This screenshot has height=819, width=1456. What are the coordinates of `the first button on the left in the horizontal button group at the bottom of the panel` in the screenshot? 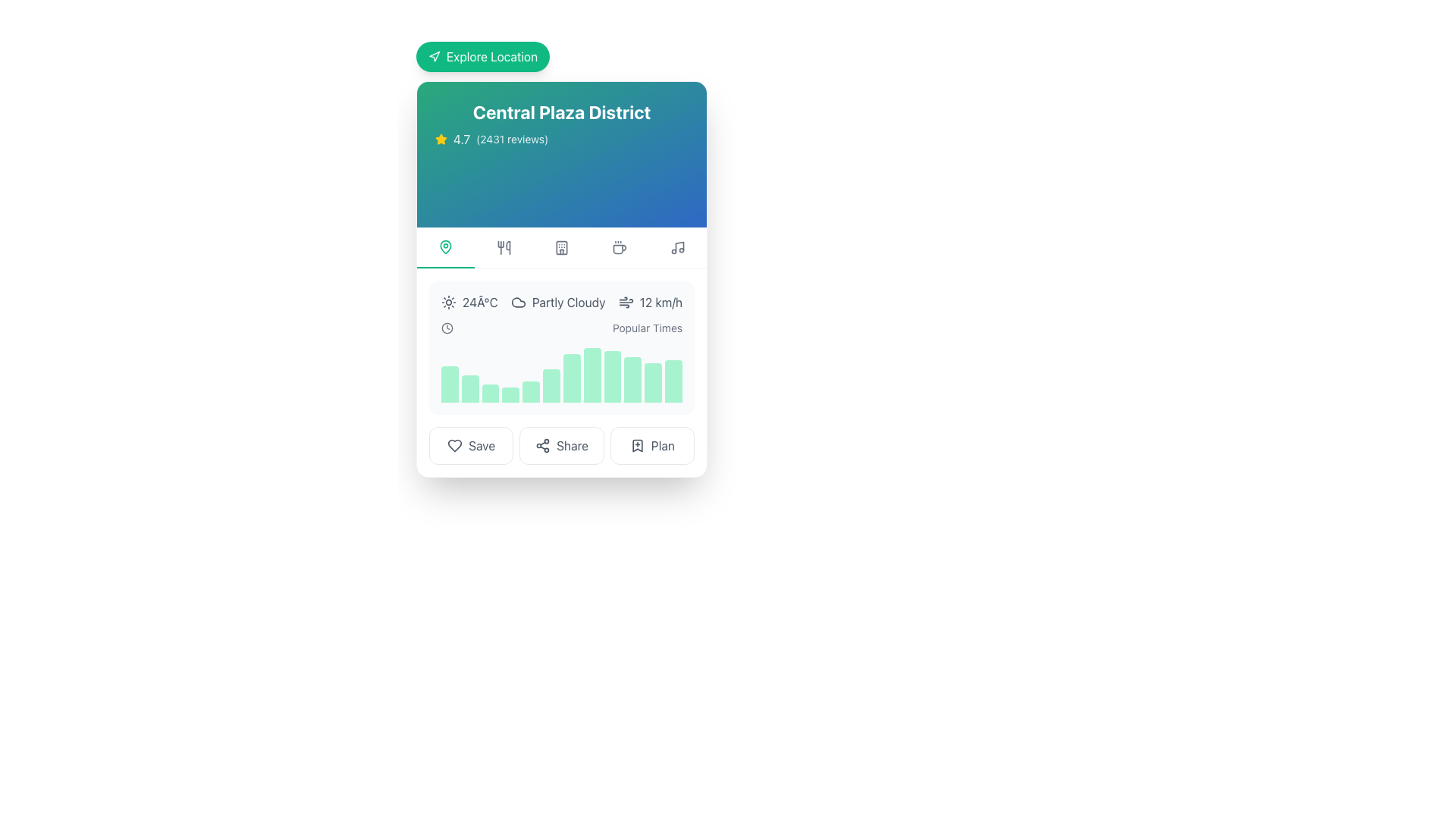 It's located at (470, 444).